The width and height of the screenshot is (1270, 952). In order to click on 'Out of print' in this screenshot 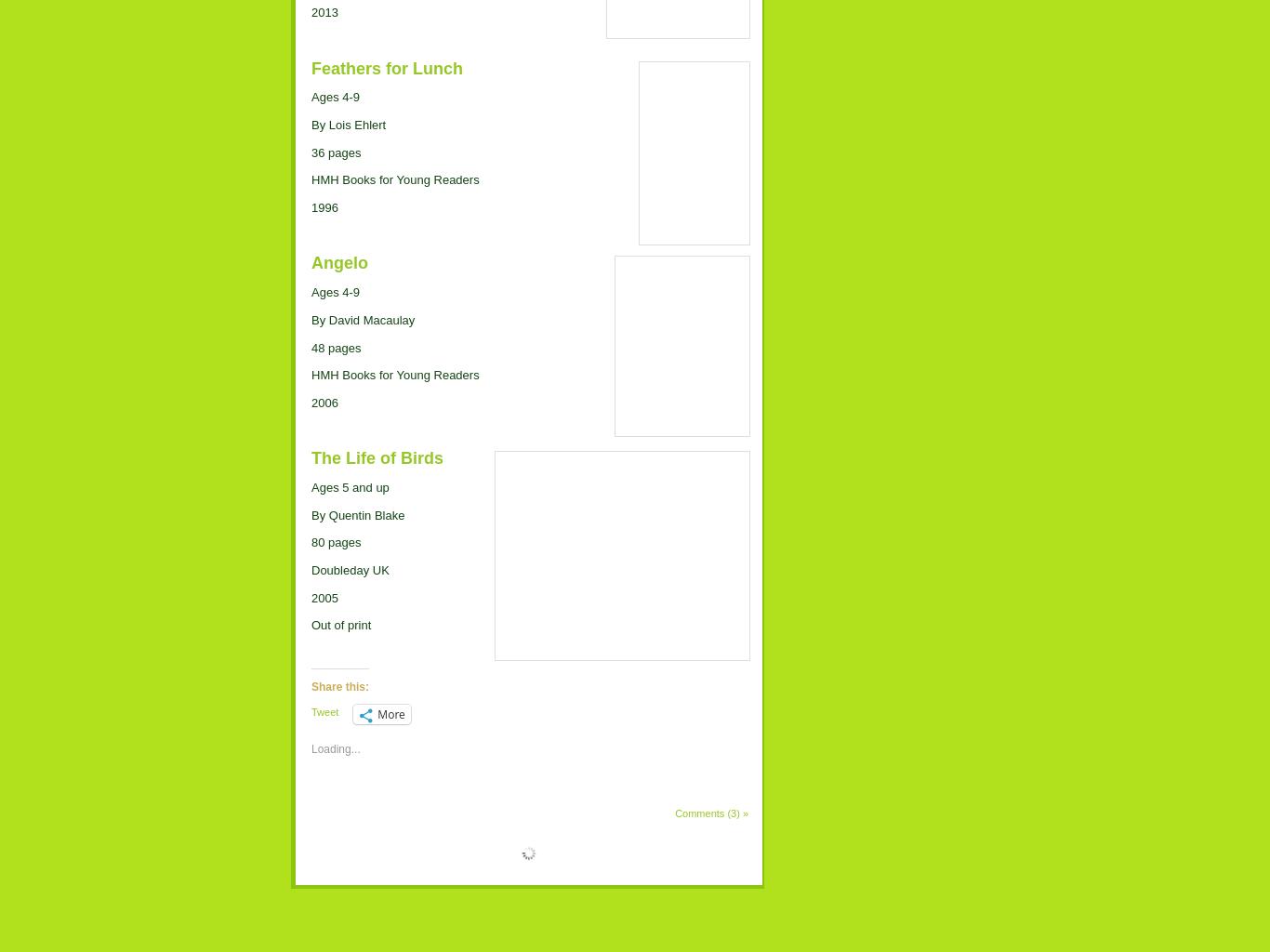, I will do `click(340, 624)`.